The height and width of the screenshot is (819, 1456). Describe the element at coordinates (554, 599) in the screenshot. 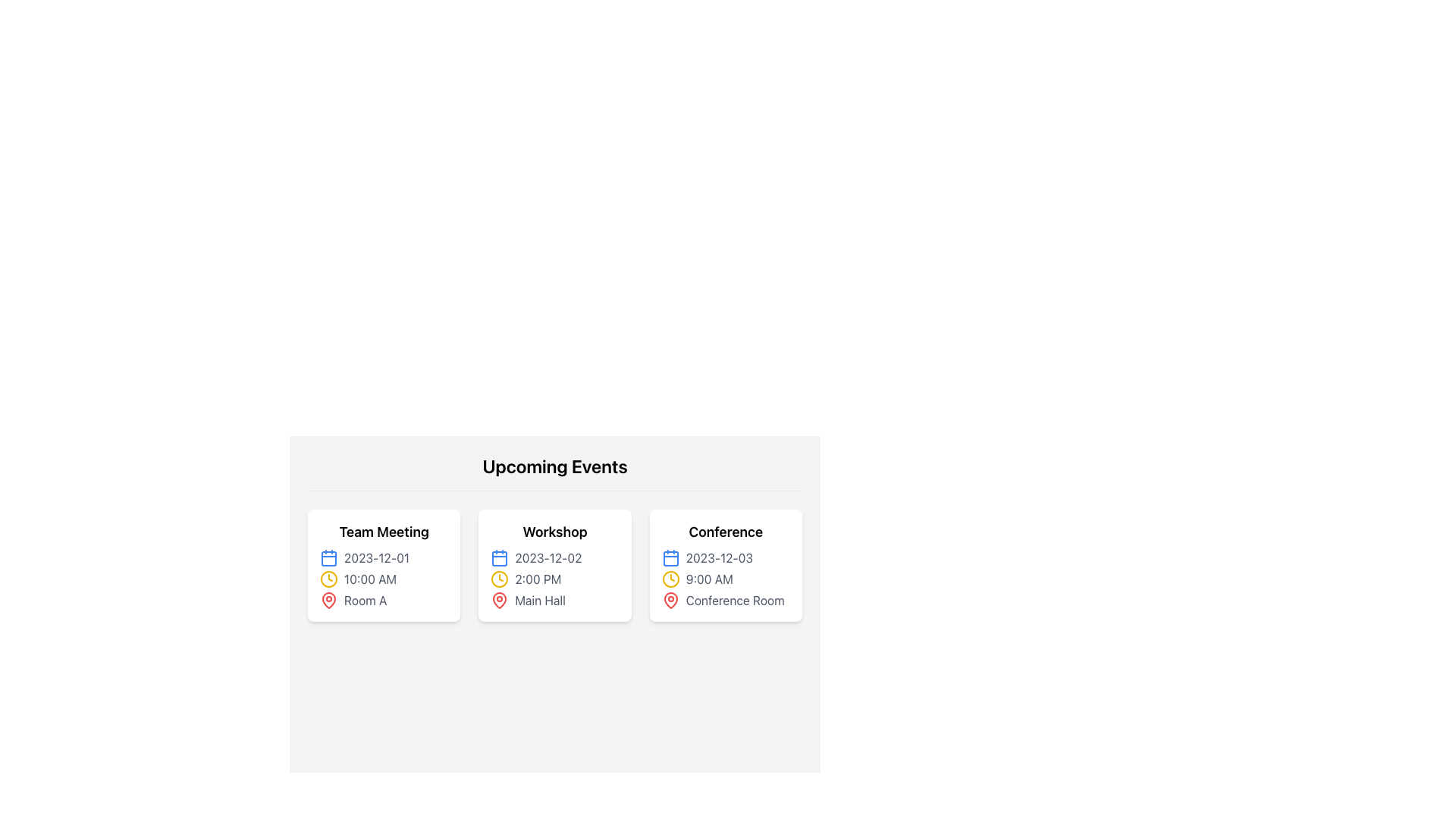

I see `the 'Main Hall' text element with a red location pin icon located in the rightmost section of the 'Workshop' group under 'Upcoming Events.'` at that location.